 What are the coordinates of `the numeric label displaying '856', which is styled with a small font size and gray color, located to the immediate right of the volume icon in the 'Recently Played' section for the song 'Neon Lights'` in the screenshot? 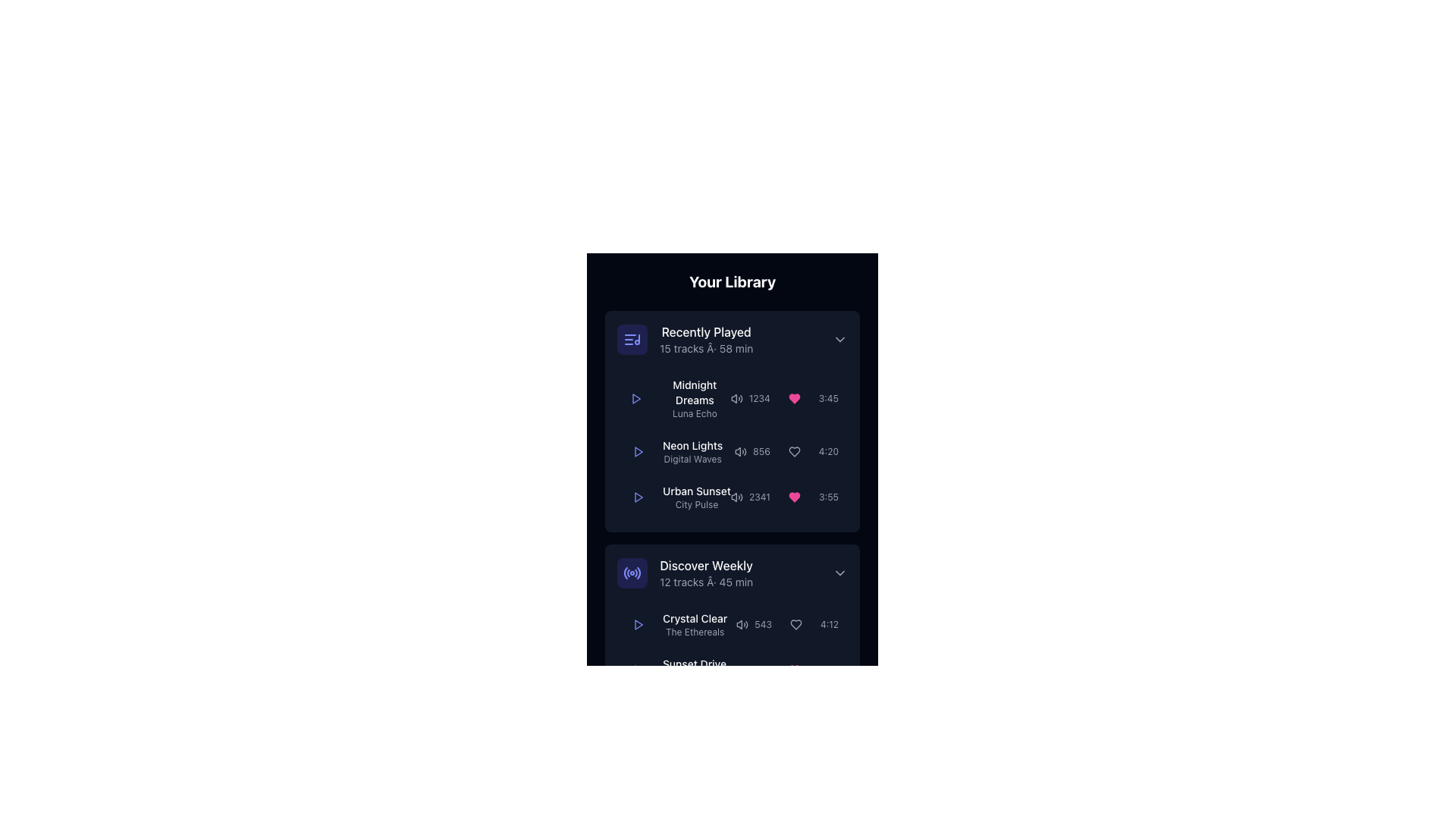 It's located at (761, 451).